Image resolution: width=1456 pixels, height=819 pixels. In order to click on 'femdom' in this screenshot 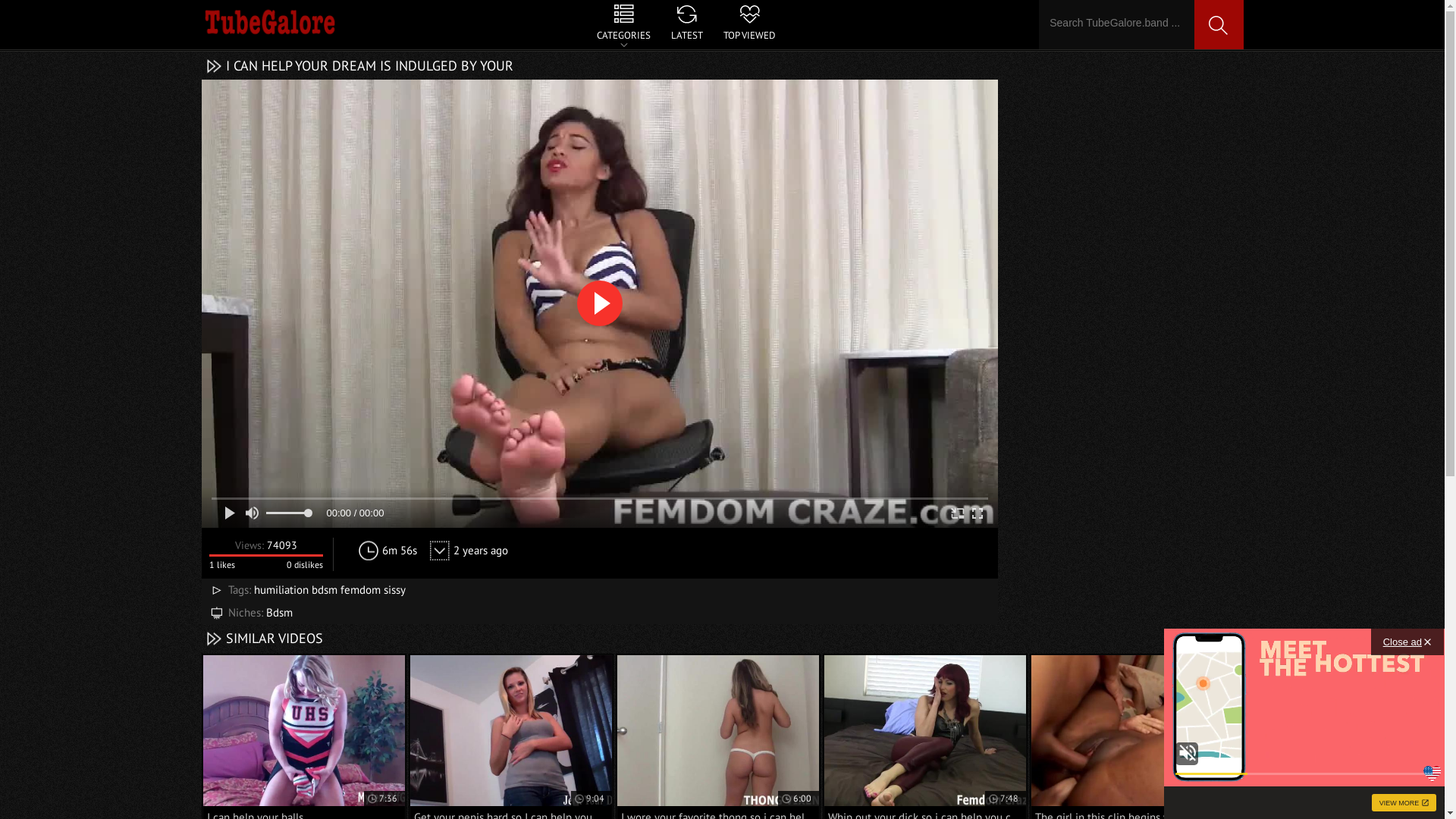, I will do `click(359, 588)`.